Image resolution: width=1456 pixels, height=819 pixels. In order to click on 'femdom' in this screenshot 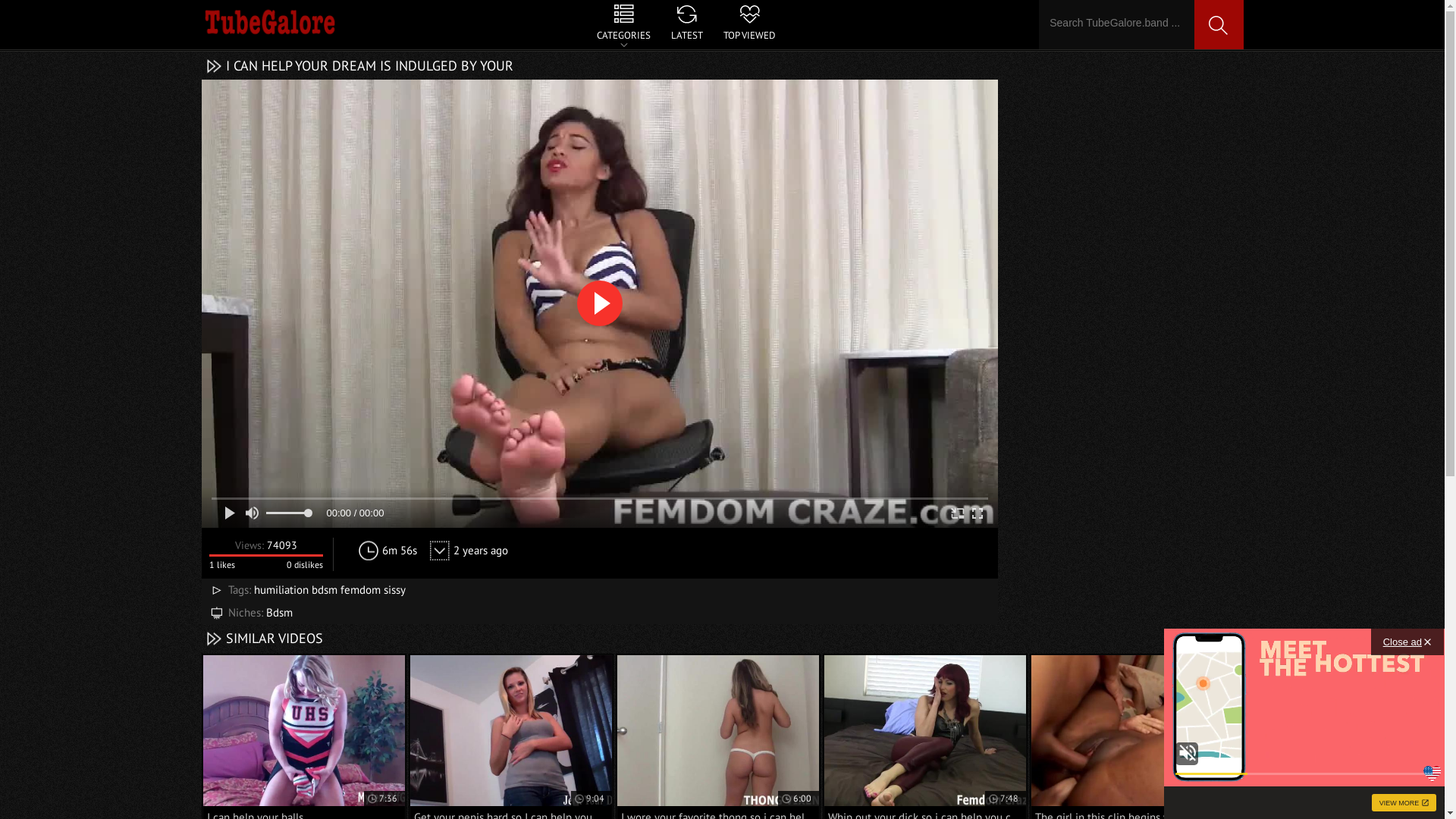, I will do `click(359, 588)`.